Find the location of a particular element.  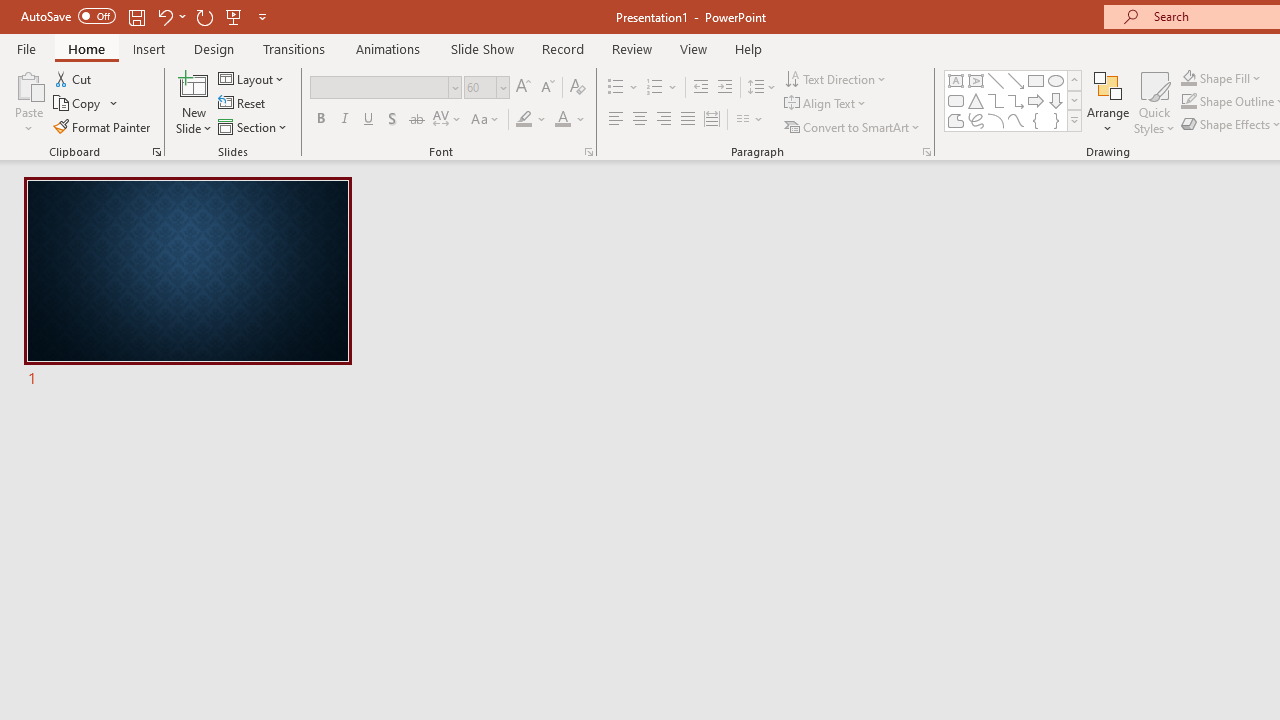

'Freeform: Scribble' is located at coordinates (976, 120).